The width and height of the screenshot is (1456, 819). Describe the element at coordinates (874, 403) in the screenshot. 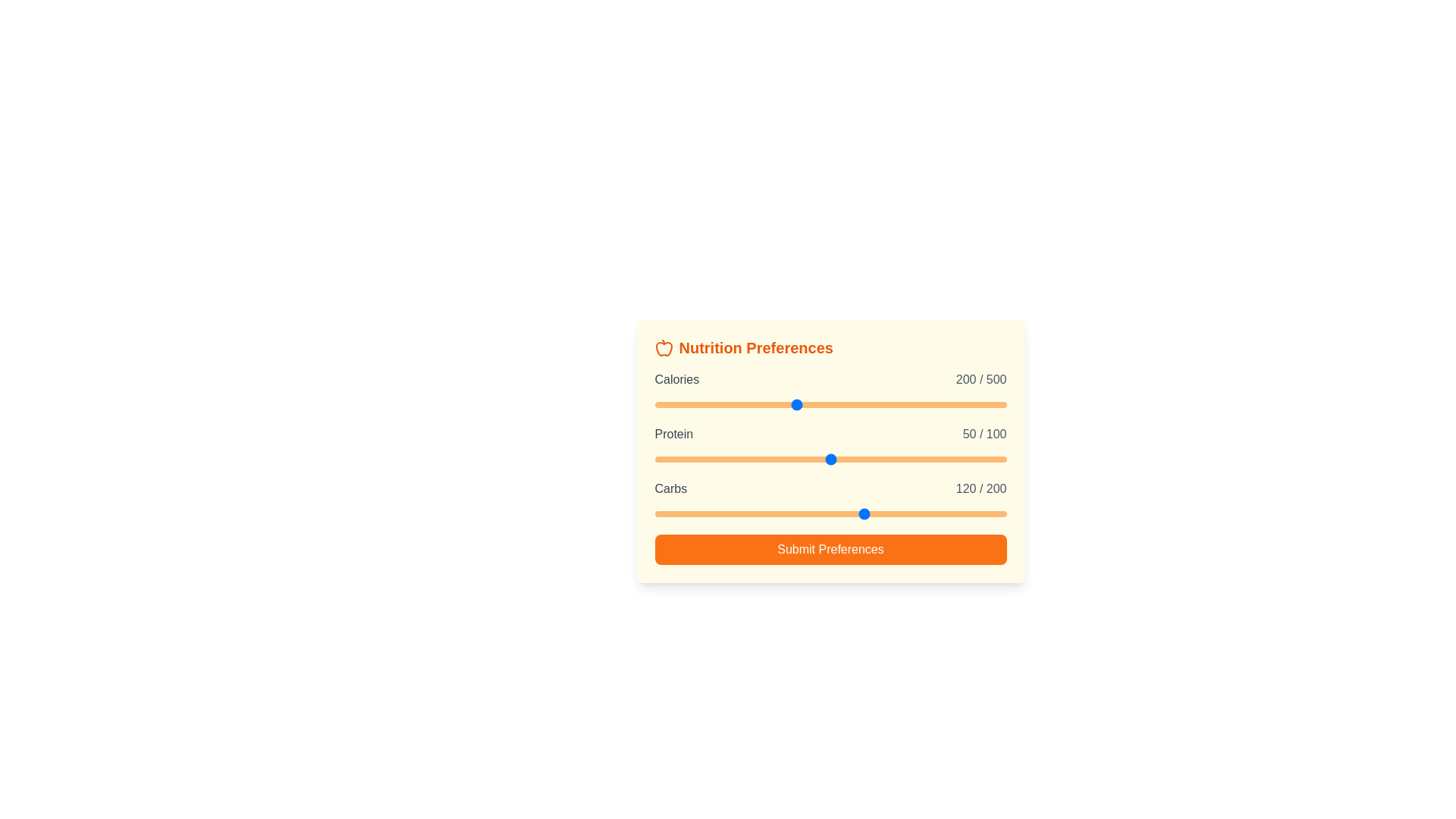

I see `calorie intake` at that location.